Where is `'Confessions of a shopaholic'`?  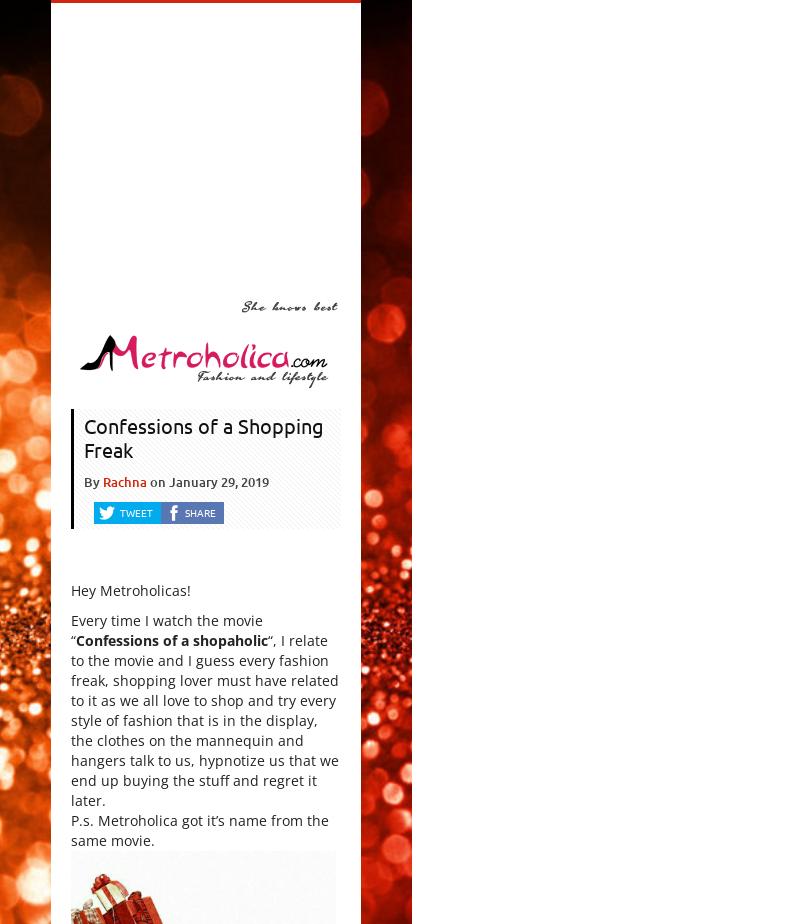 'Confessions of a shopaholic' is located at coordinates (172, 640).